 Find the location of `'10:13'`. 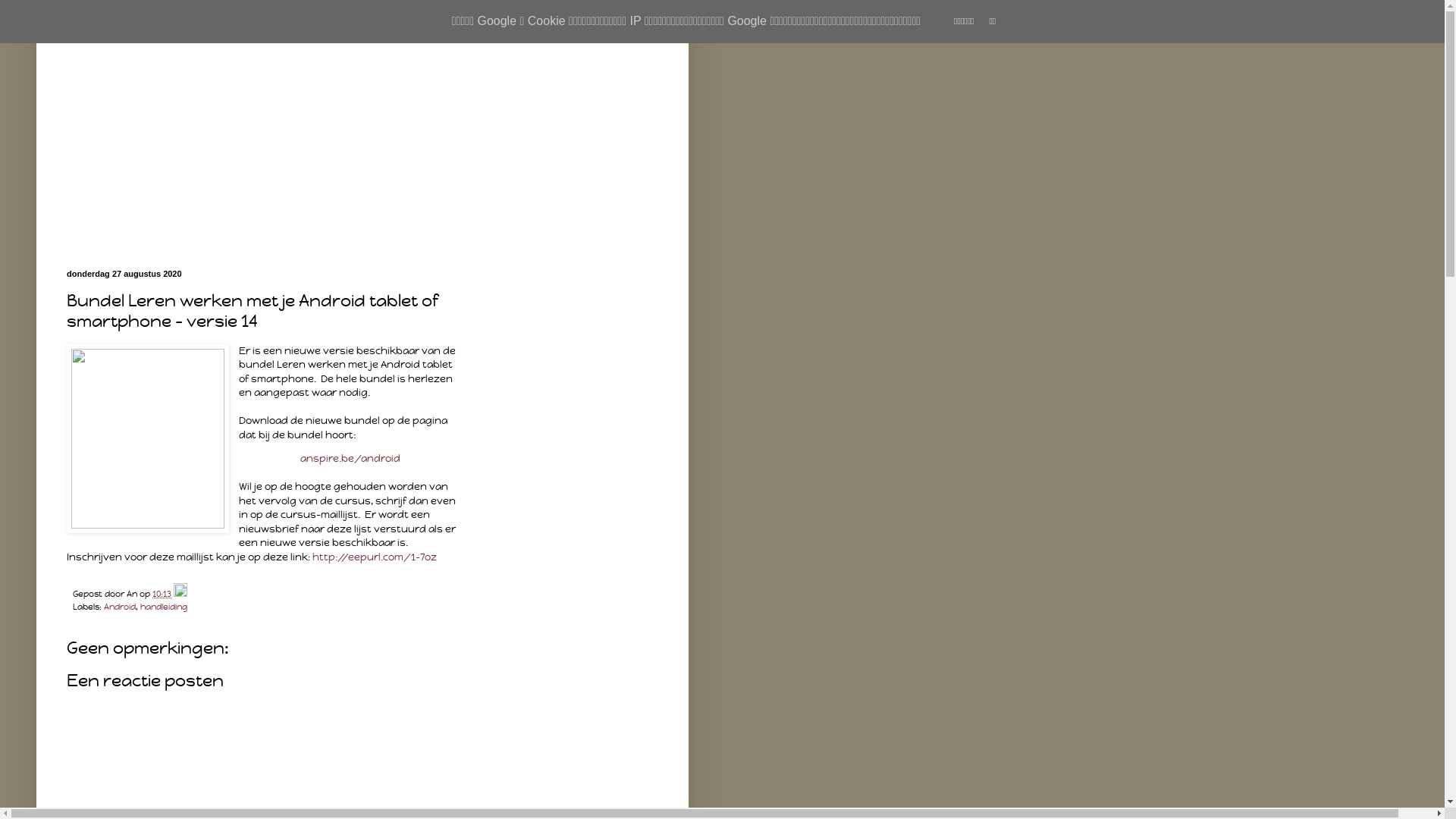

'10:13' is located at coordinates (162, 593).